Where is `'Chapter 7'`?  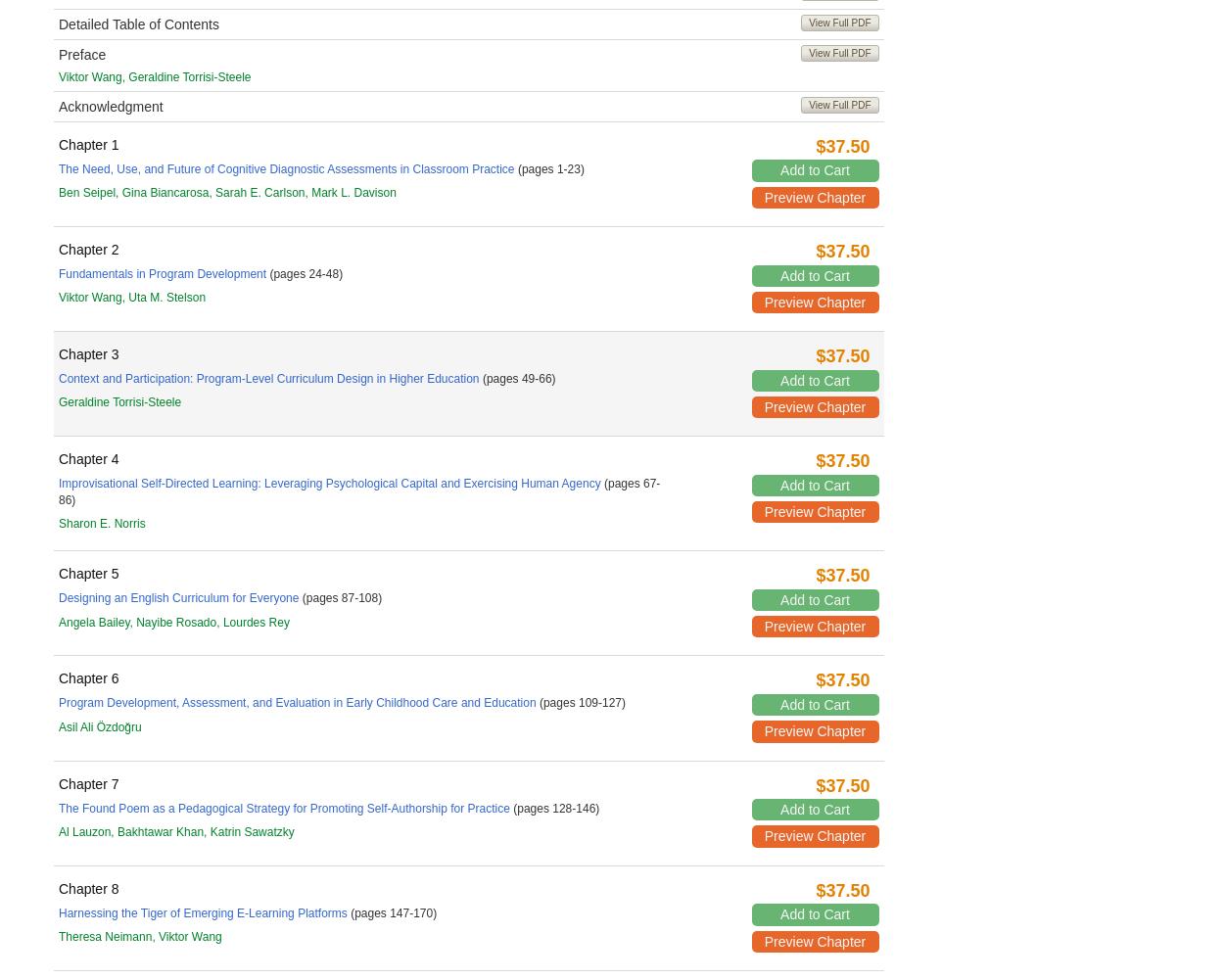 'Chapter 7' is located at coordinates (59, 781).